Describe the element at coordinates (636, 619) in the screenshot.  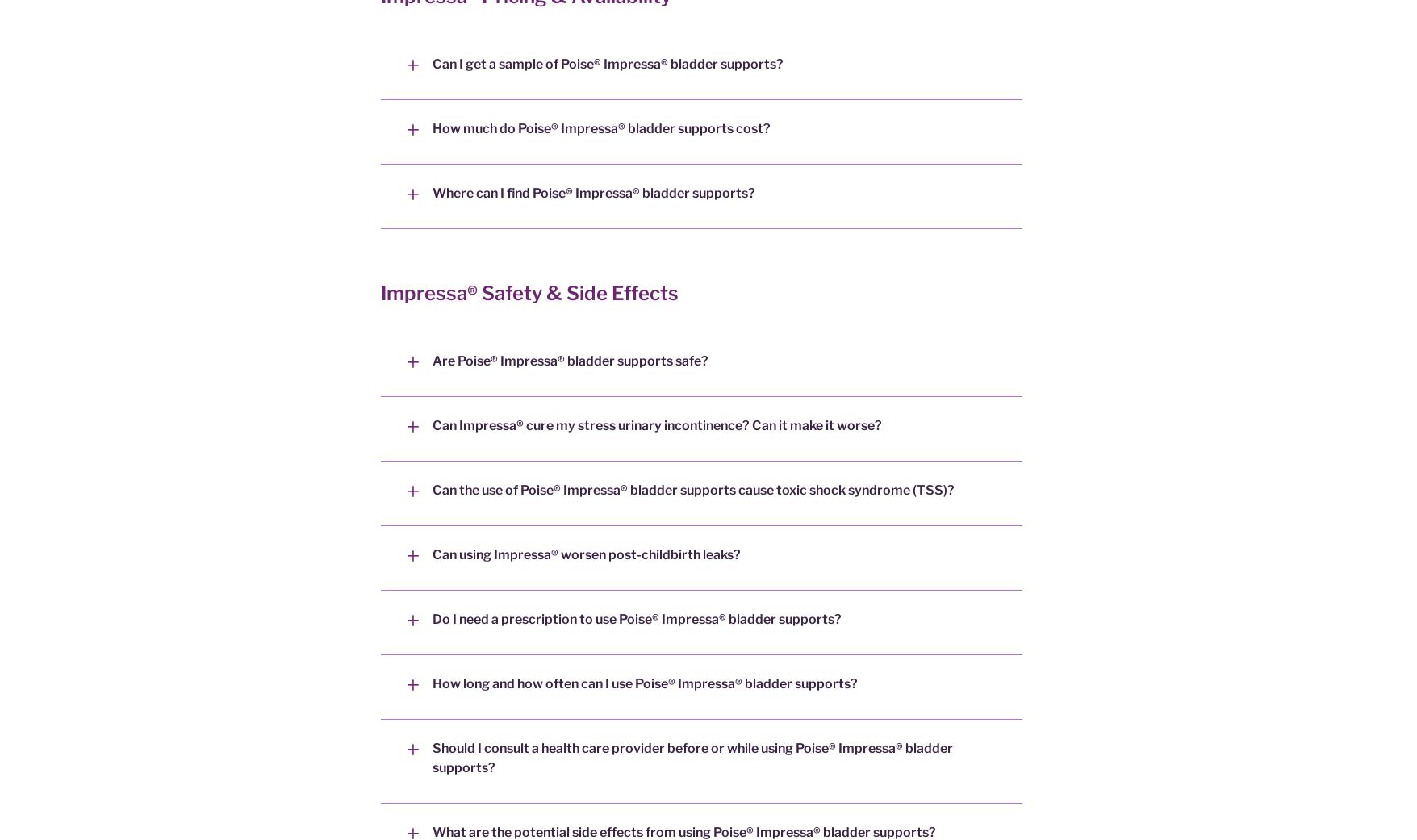
I see `'Do I need a prescription to use Poise® Impressa® bladder supports?'` at that location.